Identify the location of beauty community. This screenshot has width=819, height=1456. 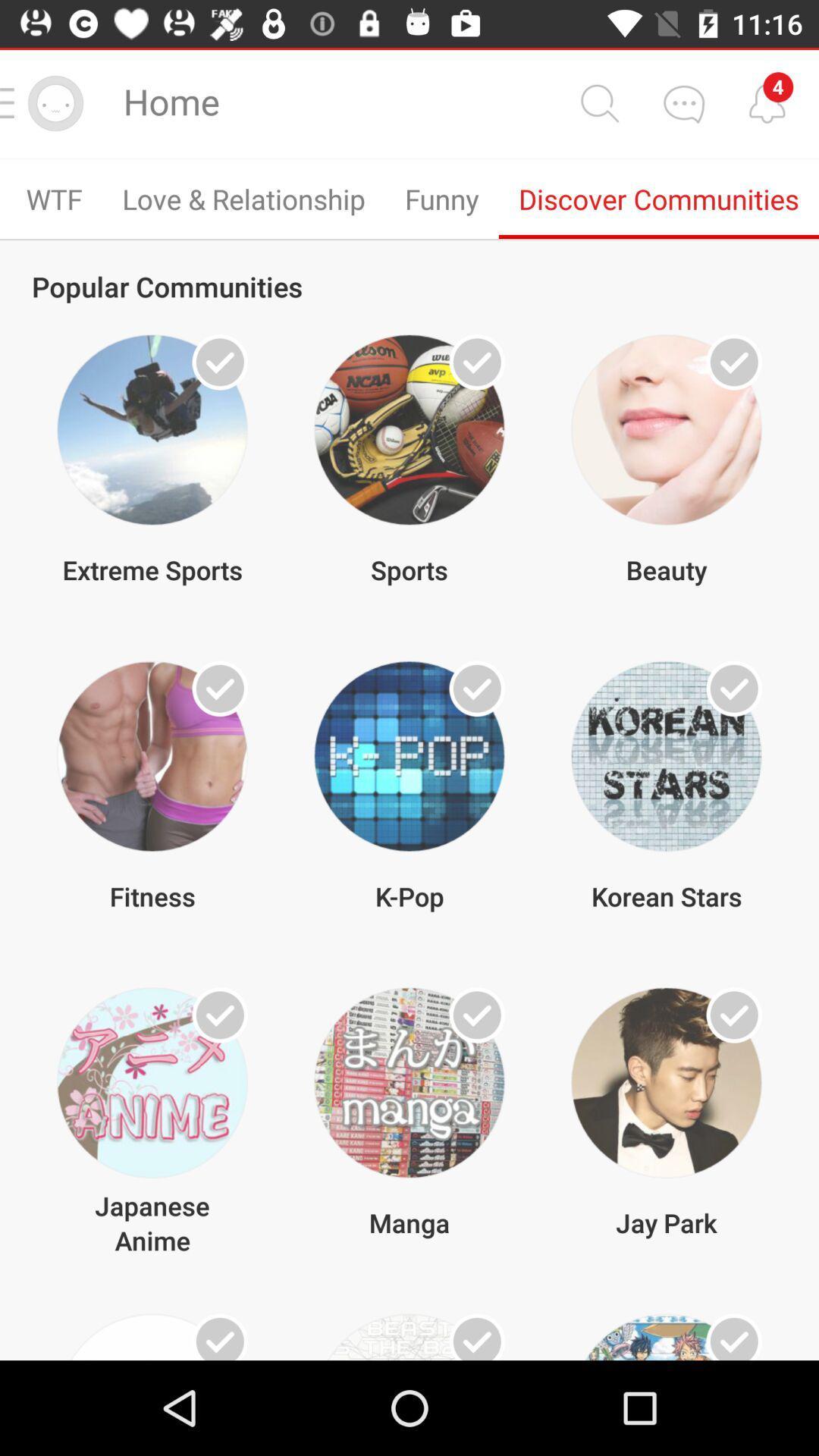
(733, 361).